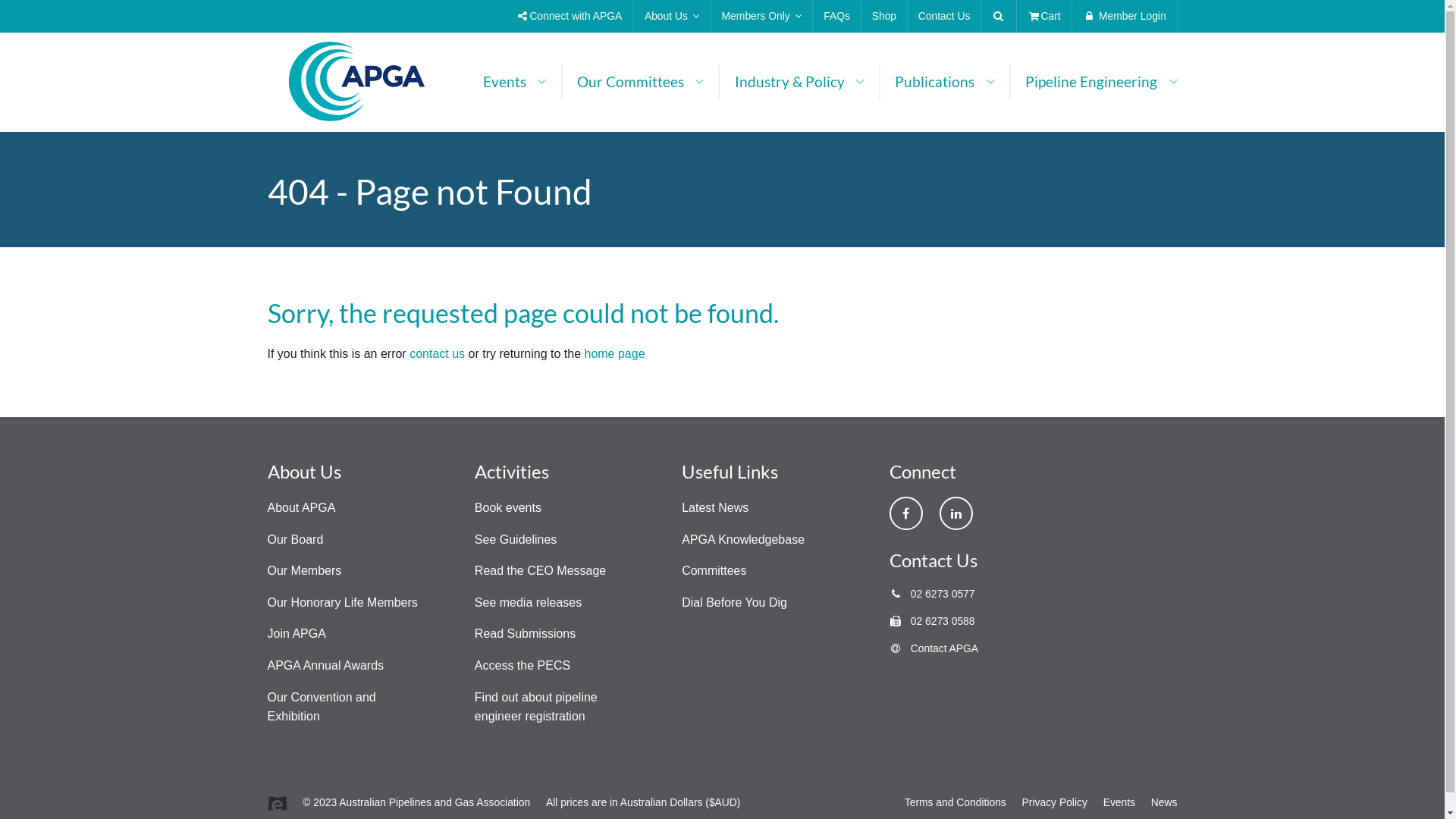 The image size is (1456, 819). I want to click on 'Pipeline Engineering', so click(1011, 82).